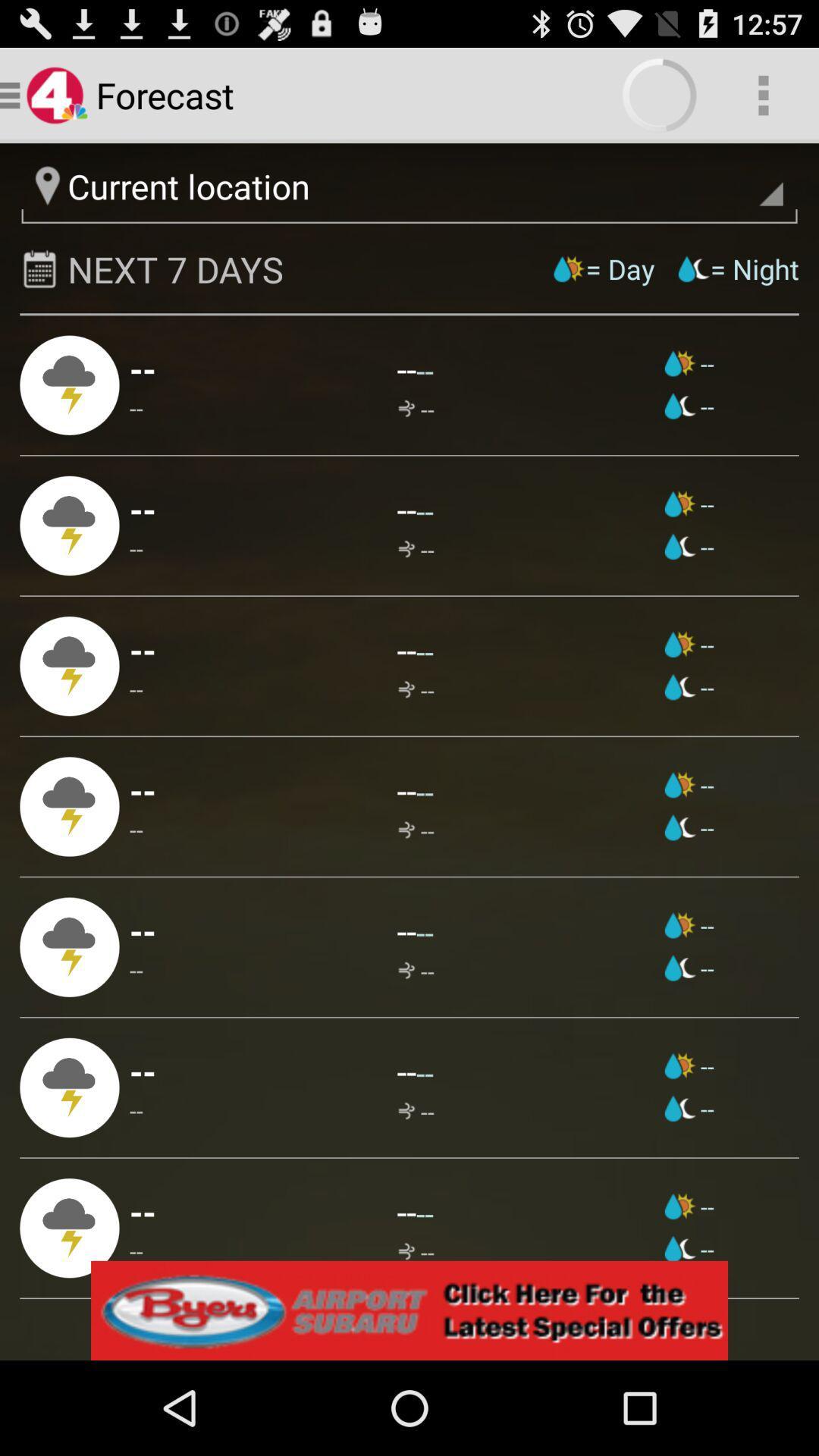  Describe the element at coordinates (425, 931) in the screenshot. I see `the app to the right of -- app` at that location.